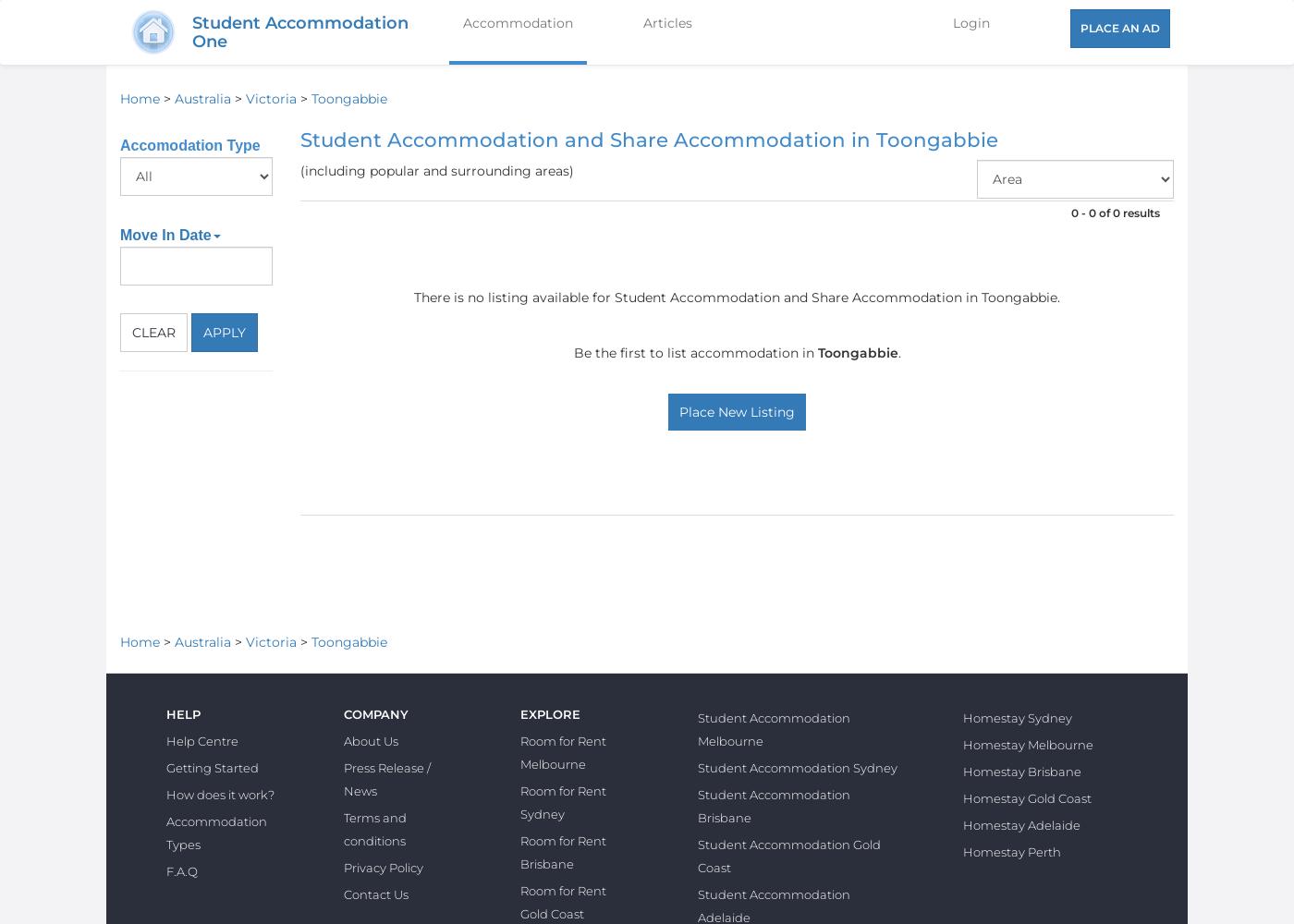 This screenshot has width=1294, height=924. Describe the element at coordinates (898, 353) in the screenshot. I see `'.'` at that location.